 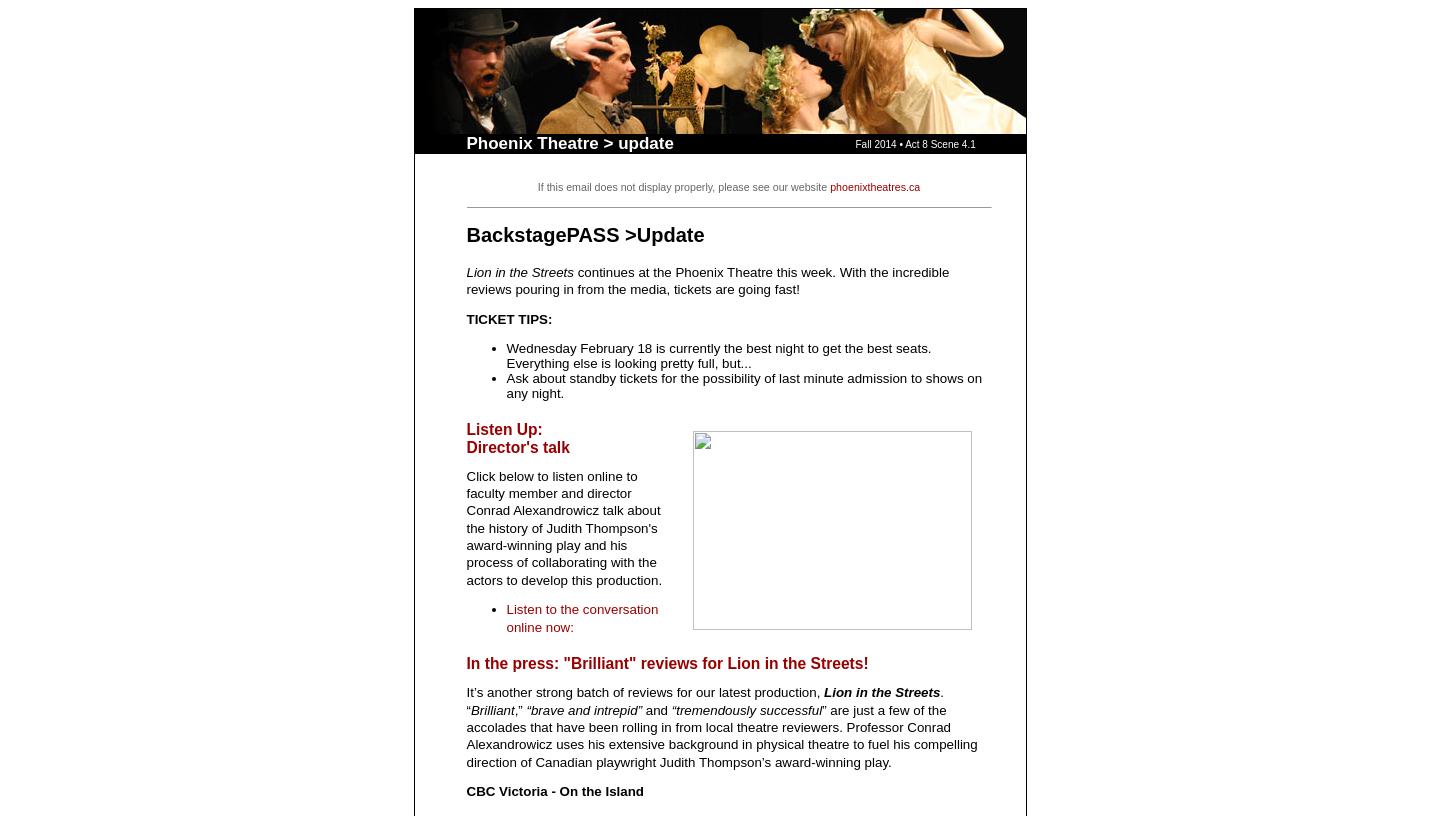 I want to click on 'Listen to the conversation online now:', so click(x=582, y=617).